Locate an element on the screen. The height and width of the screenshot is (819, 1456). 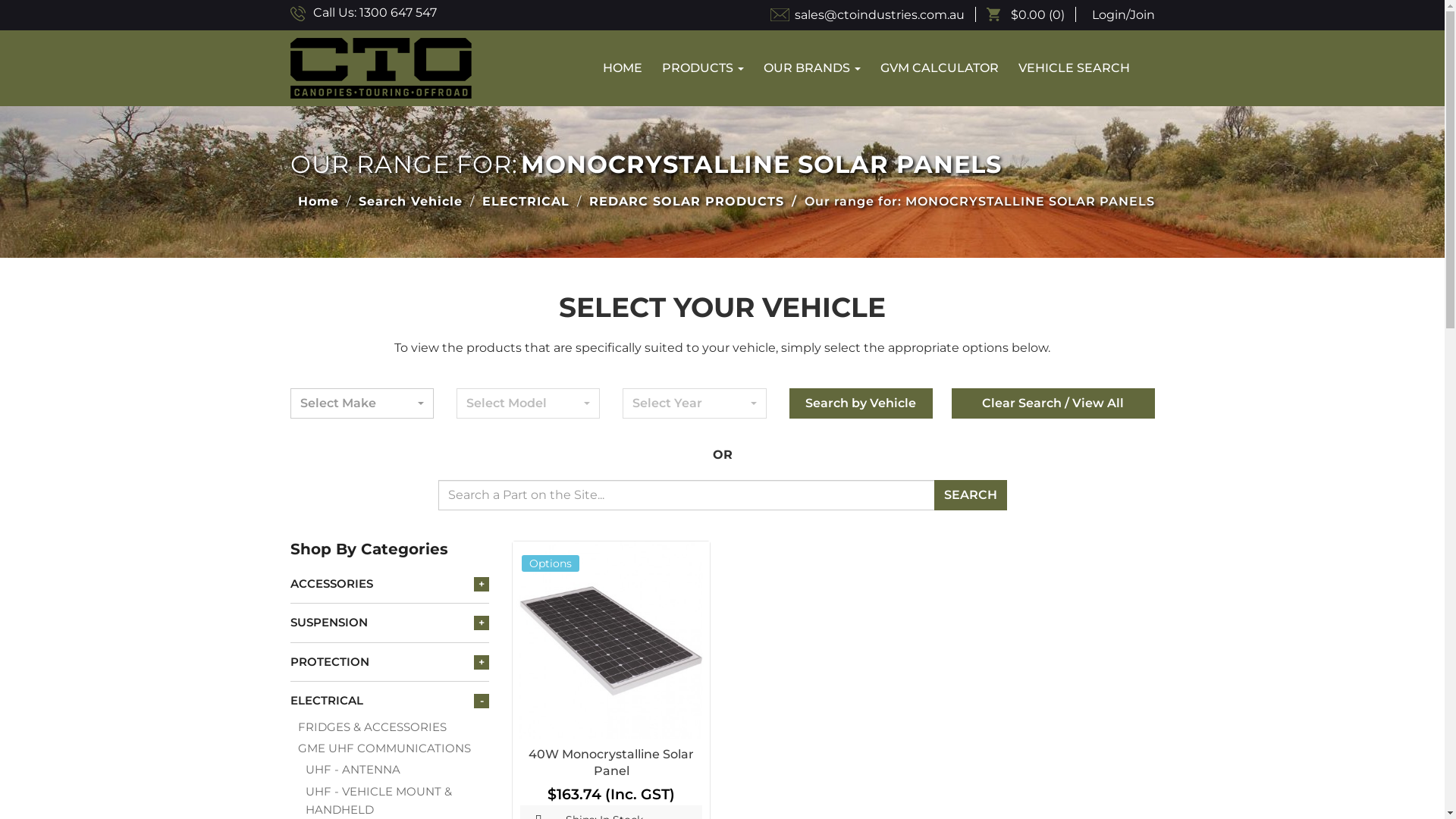
'UHF - ANTENNA' is located at coordinates (397, 769).